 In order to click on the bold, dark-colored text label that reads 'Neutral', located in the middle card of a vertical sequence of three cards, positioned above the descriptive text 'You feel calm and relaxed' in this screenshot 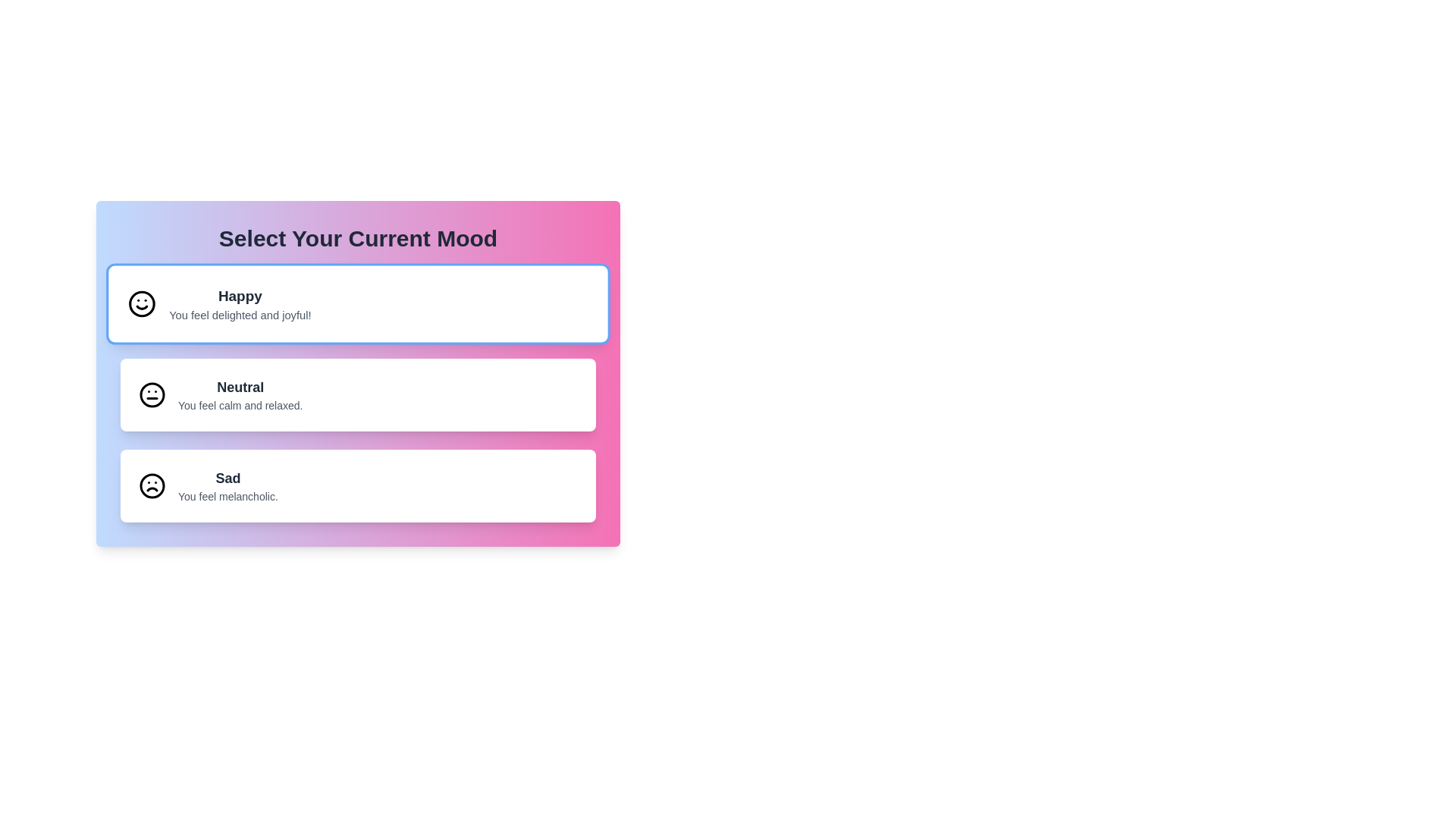, I will do `click(240, 386)`.